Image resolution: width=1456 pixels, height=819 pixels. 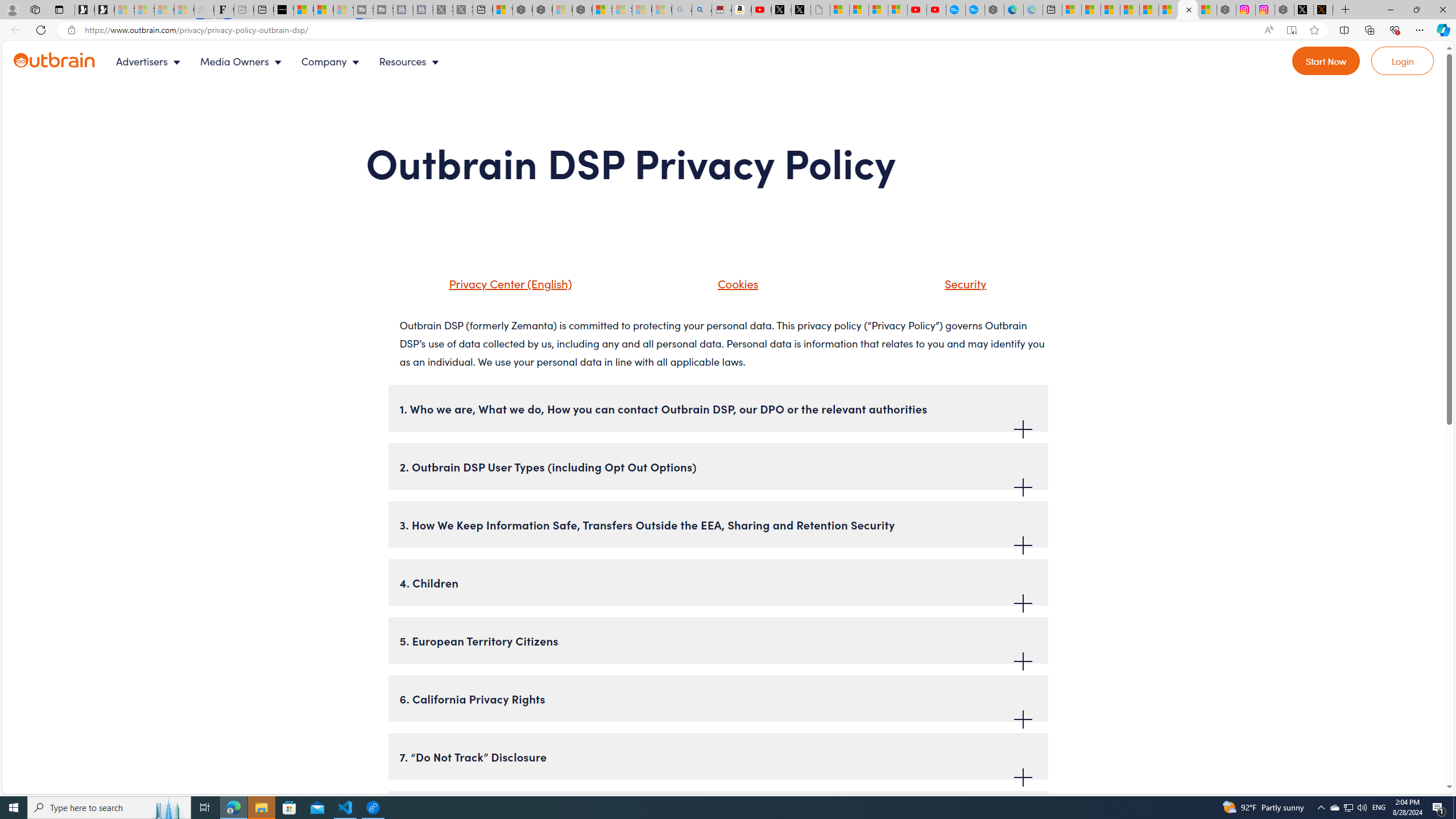 What do you see at coordinates (950, 287) in the screenshot?
I see `'Security'` at bounding box center [950, 287].